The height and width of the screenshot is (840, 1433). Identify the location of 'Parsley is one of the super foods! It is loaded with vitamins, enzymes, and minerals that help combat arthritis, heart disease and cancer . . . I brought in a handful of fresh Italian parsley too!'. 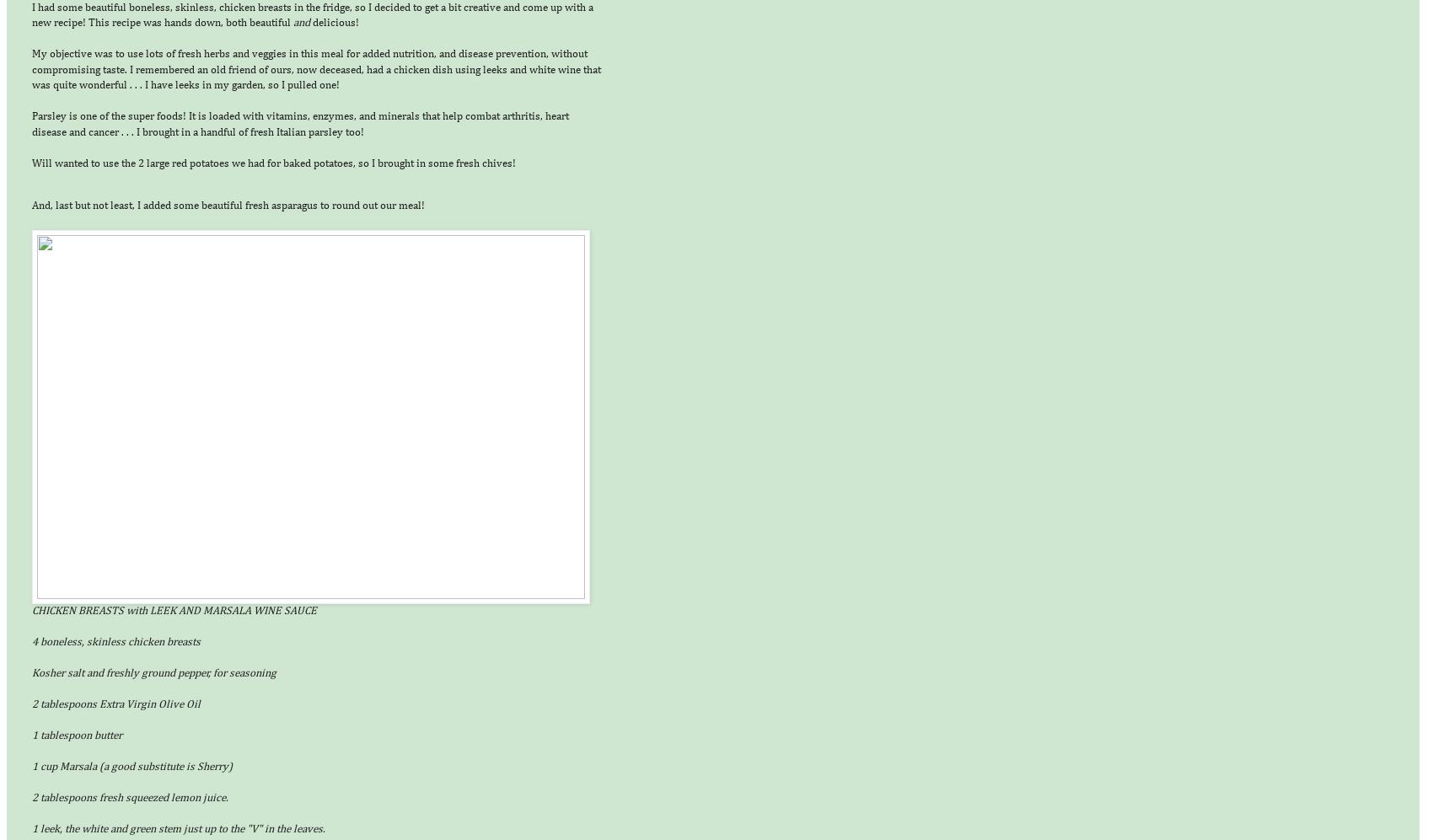
(299, 123).